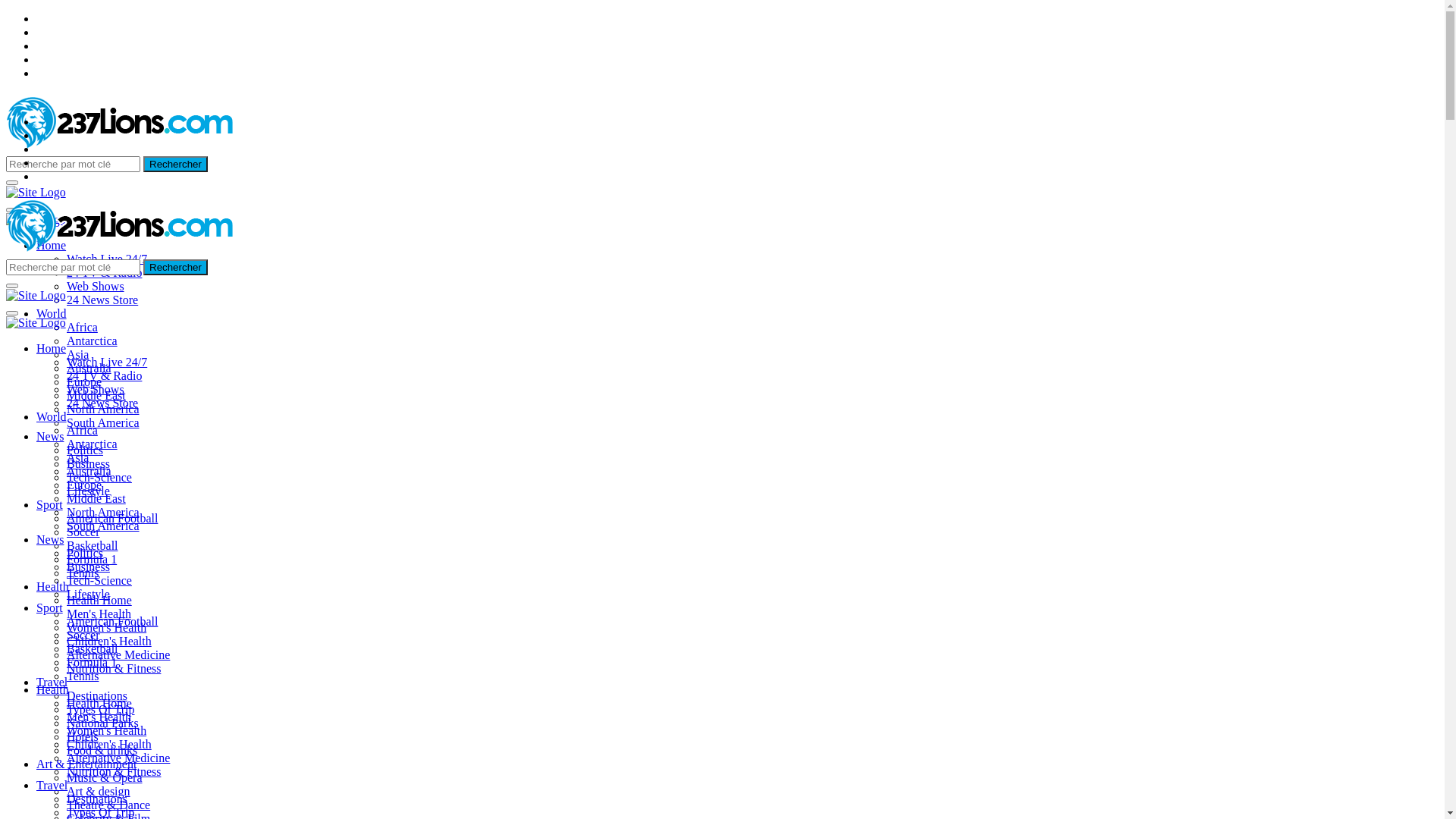 The image size is (1456, 819). I want to click on 'Watch Live 24/7', so click(105, 258).